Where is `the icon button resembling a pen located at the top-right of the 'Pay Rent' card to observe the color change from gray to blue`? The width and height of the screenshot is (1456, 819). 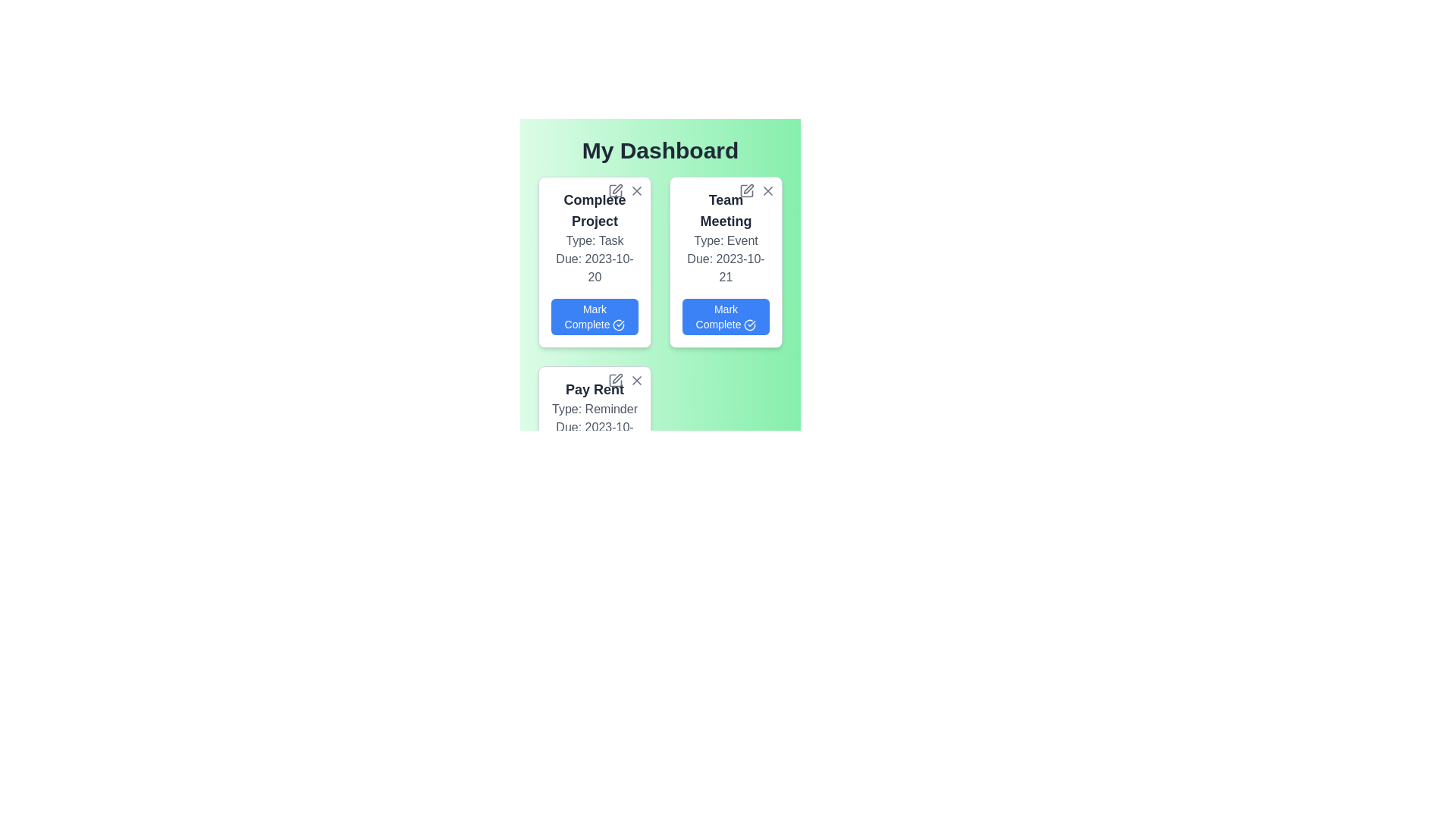 the icon button resembling a pen located at the top-right of the 'Pay Rent' card to observe the color change from gray to blue is located at coordinates (615, 379).